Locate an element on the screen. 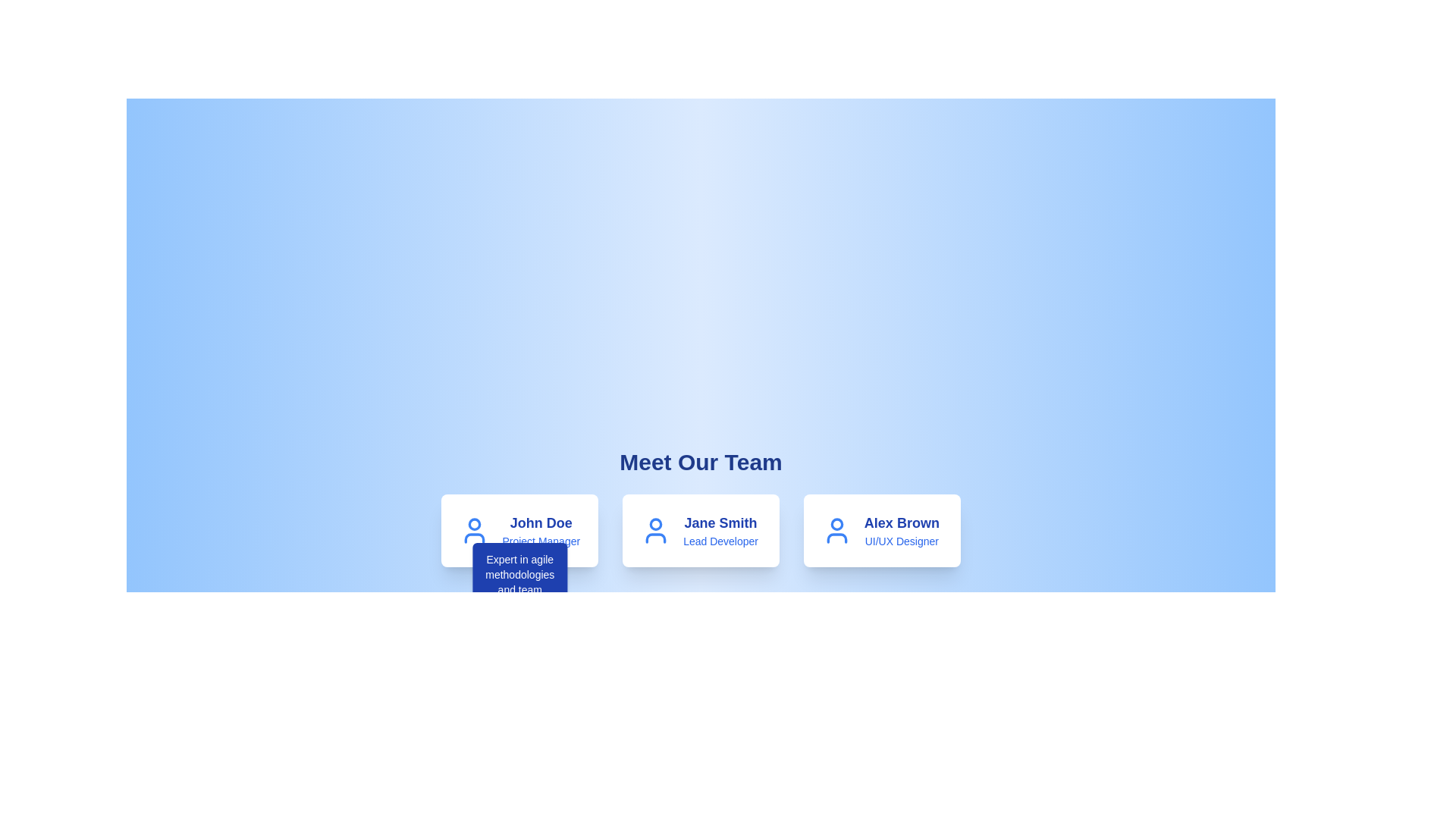  the title text 'Meet Our Team', which is a large, bold, dark blue header against a light blue gradient background, positioned at the top of the content area above team member profiles is located at coordinates (700, 461).